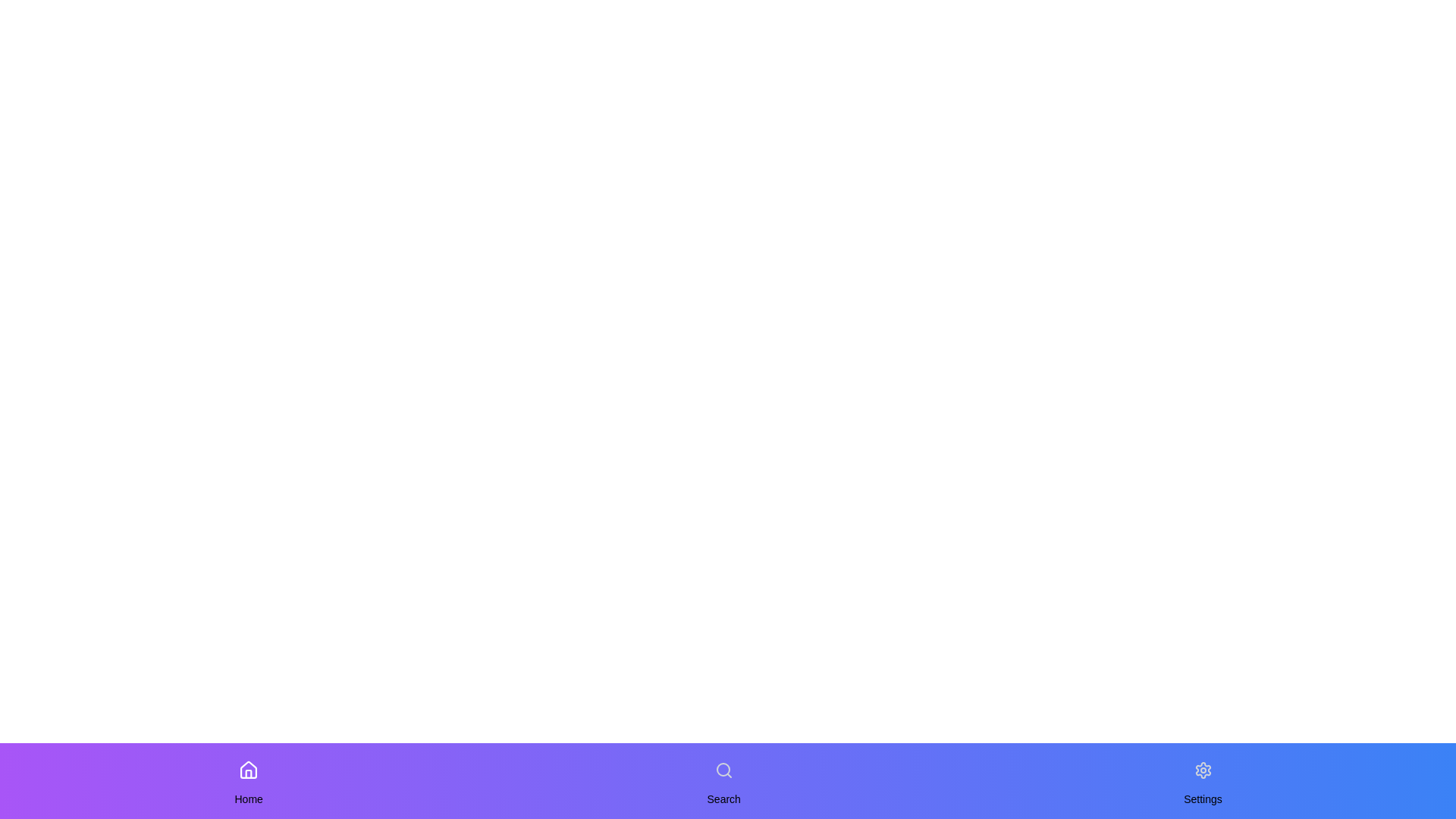 The image size is (1456, 819). What do you see at coordinates (248, 770) in the screenshot?
I see `the navigation item Home to observe its visual effect` at bounding box center [248, 770].